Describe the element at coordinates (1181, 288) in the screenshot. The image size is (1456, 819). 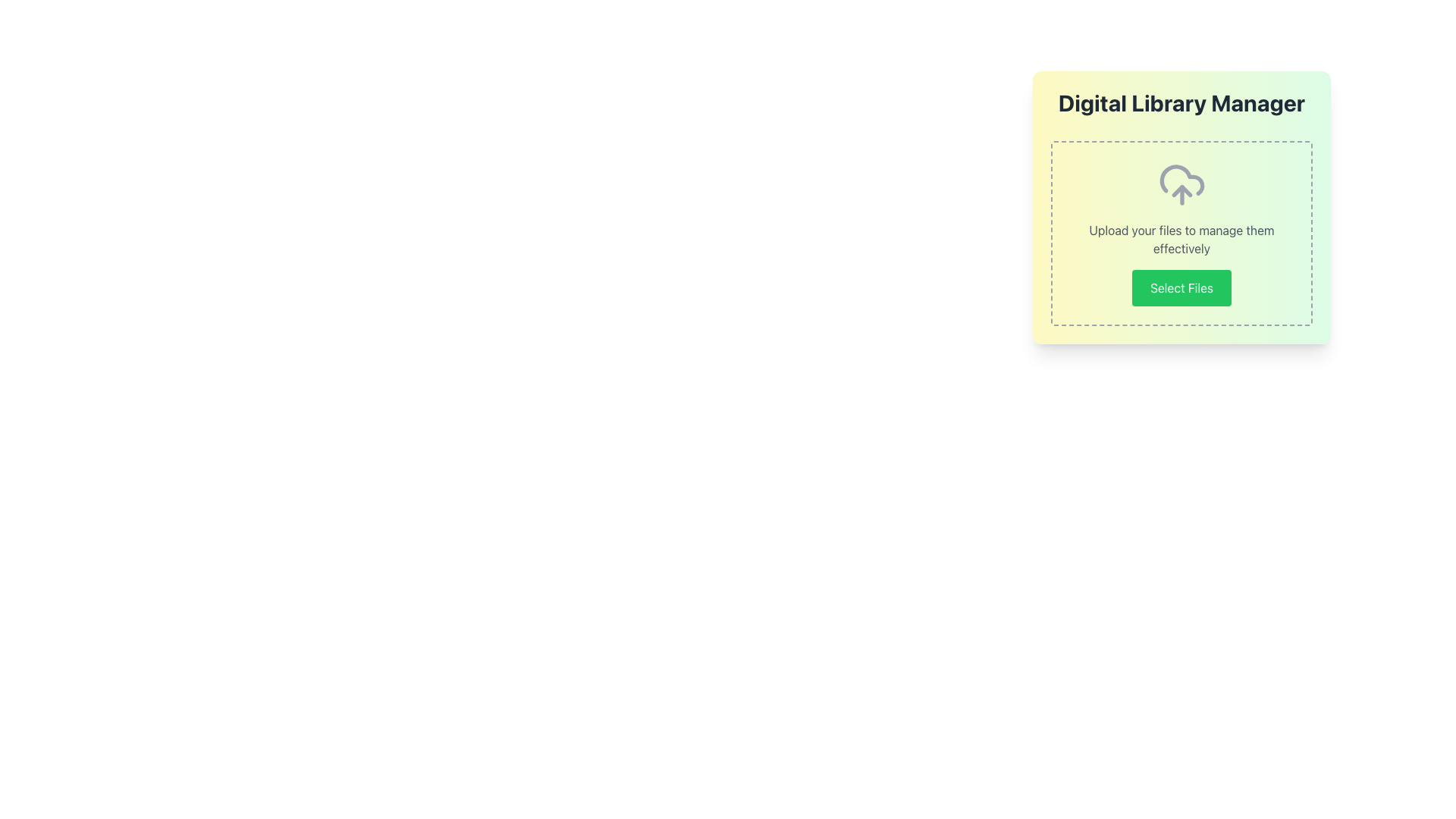
I see `the file selection button located below the cloud upload icon in the 'Digital Library Manager' card` at that location.